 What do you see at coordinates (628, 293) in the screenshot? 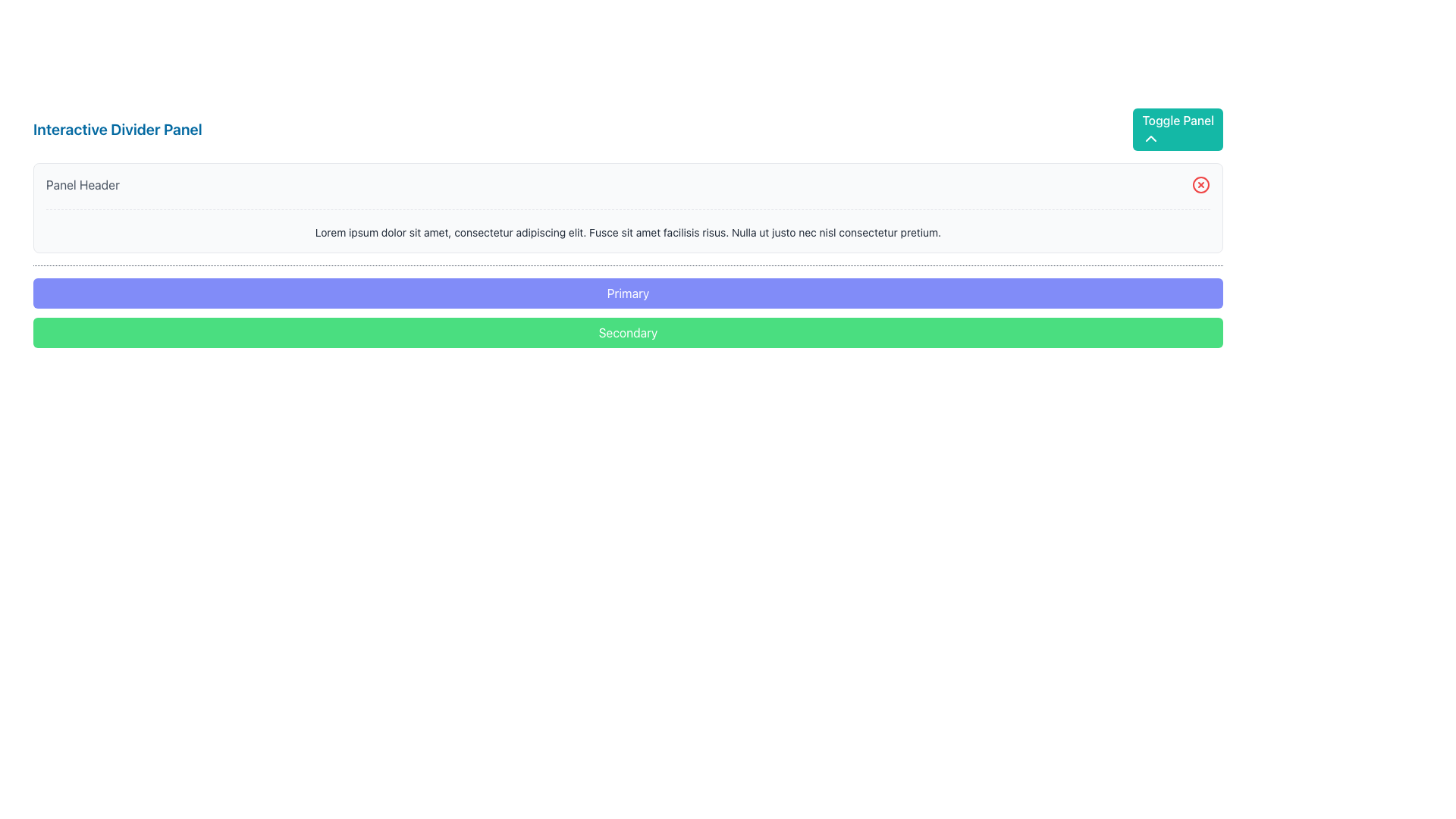
I see `the primary action button located at the bottom section of the interface` at bounding box center [628, 293].